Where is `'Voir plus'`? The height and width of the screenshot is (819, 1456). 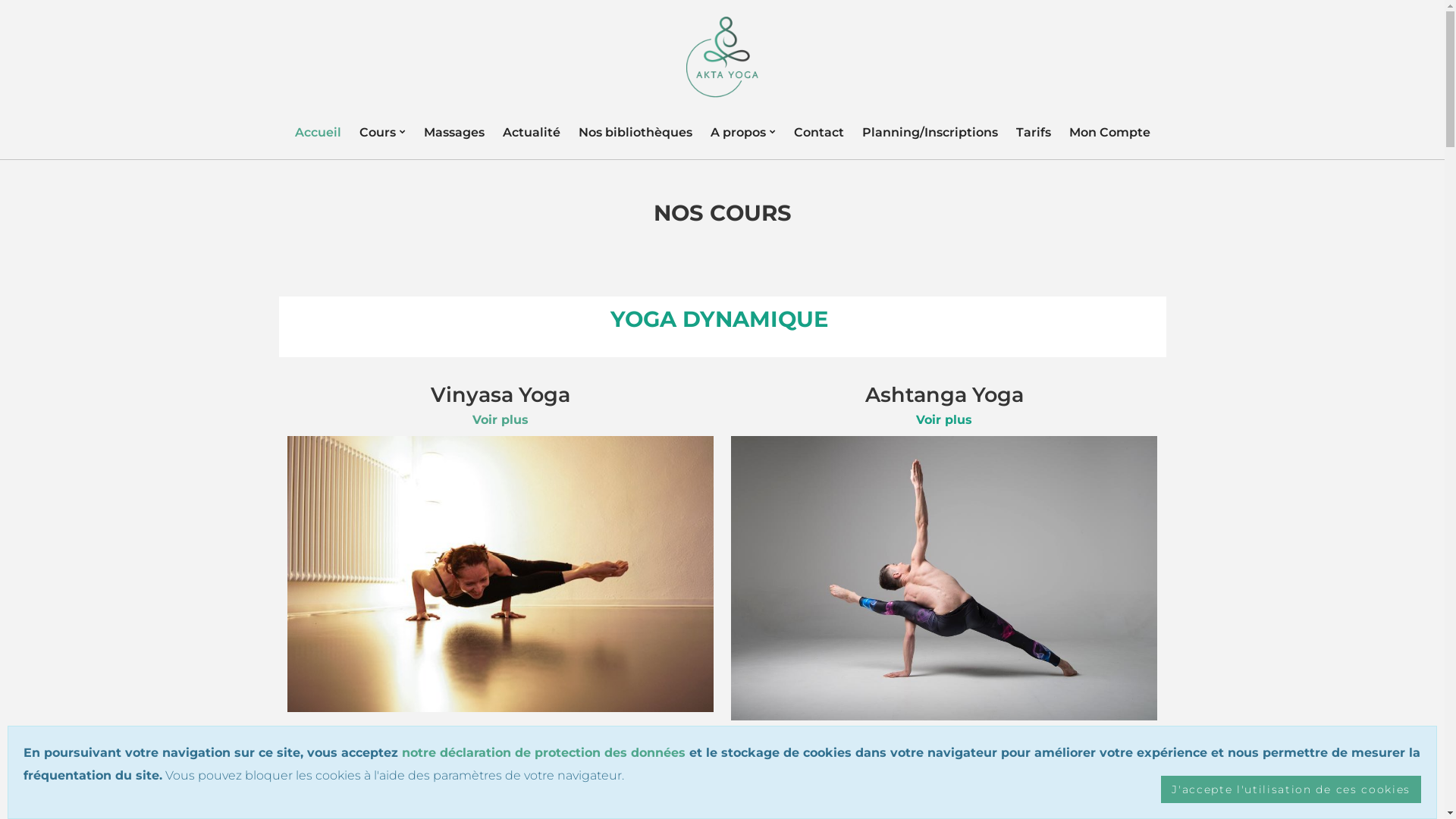
'Voir plus' is located at coordinates (500, 419).